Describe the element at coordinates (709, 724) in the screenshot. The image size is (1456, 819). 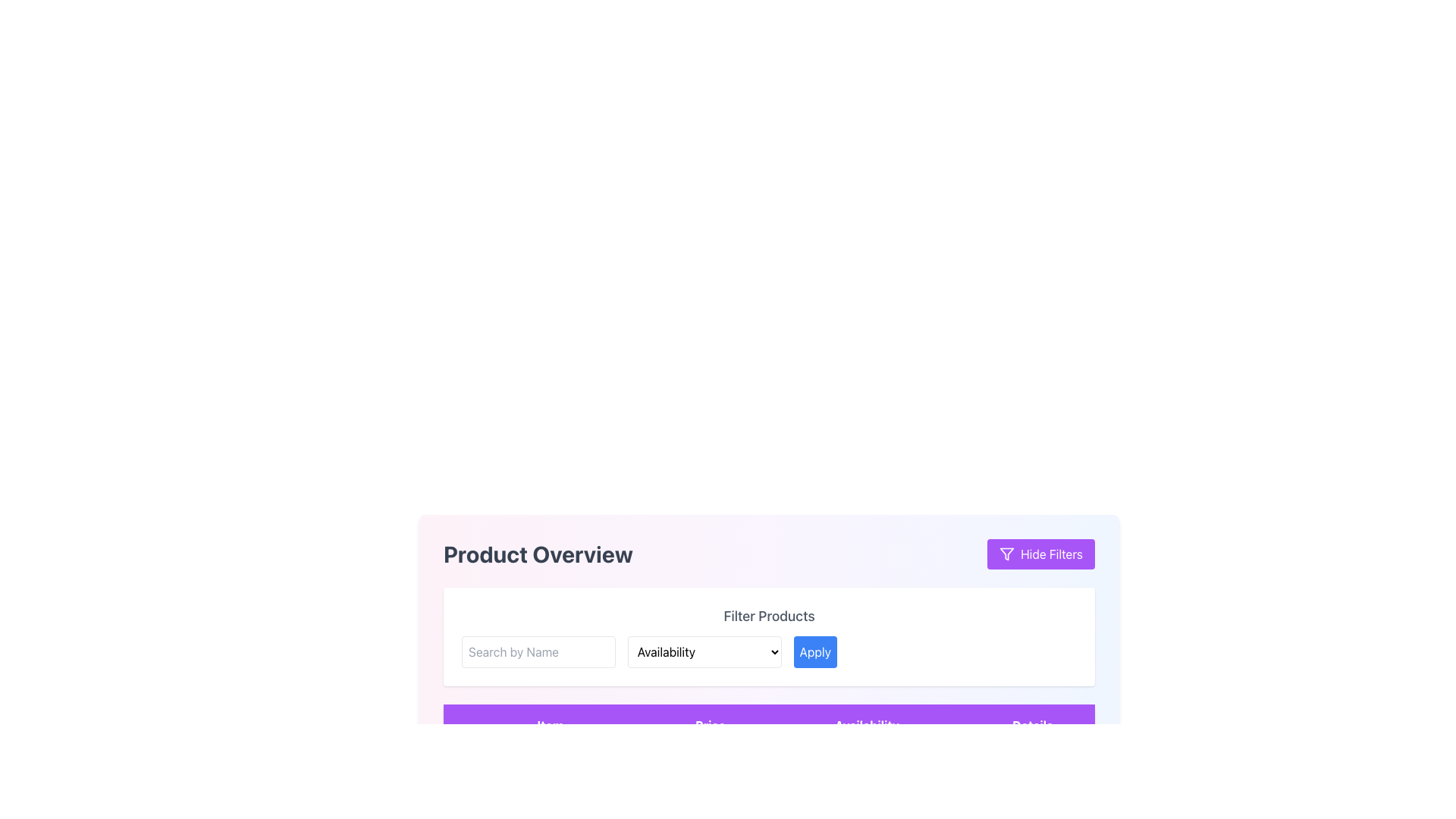
I see `the 'Price' static text label, which is styled with a purple background and white text, located in the second position of a horizontal menu containing 'Item', 'Price', 'Availability', and 'Details'` at that location.